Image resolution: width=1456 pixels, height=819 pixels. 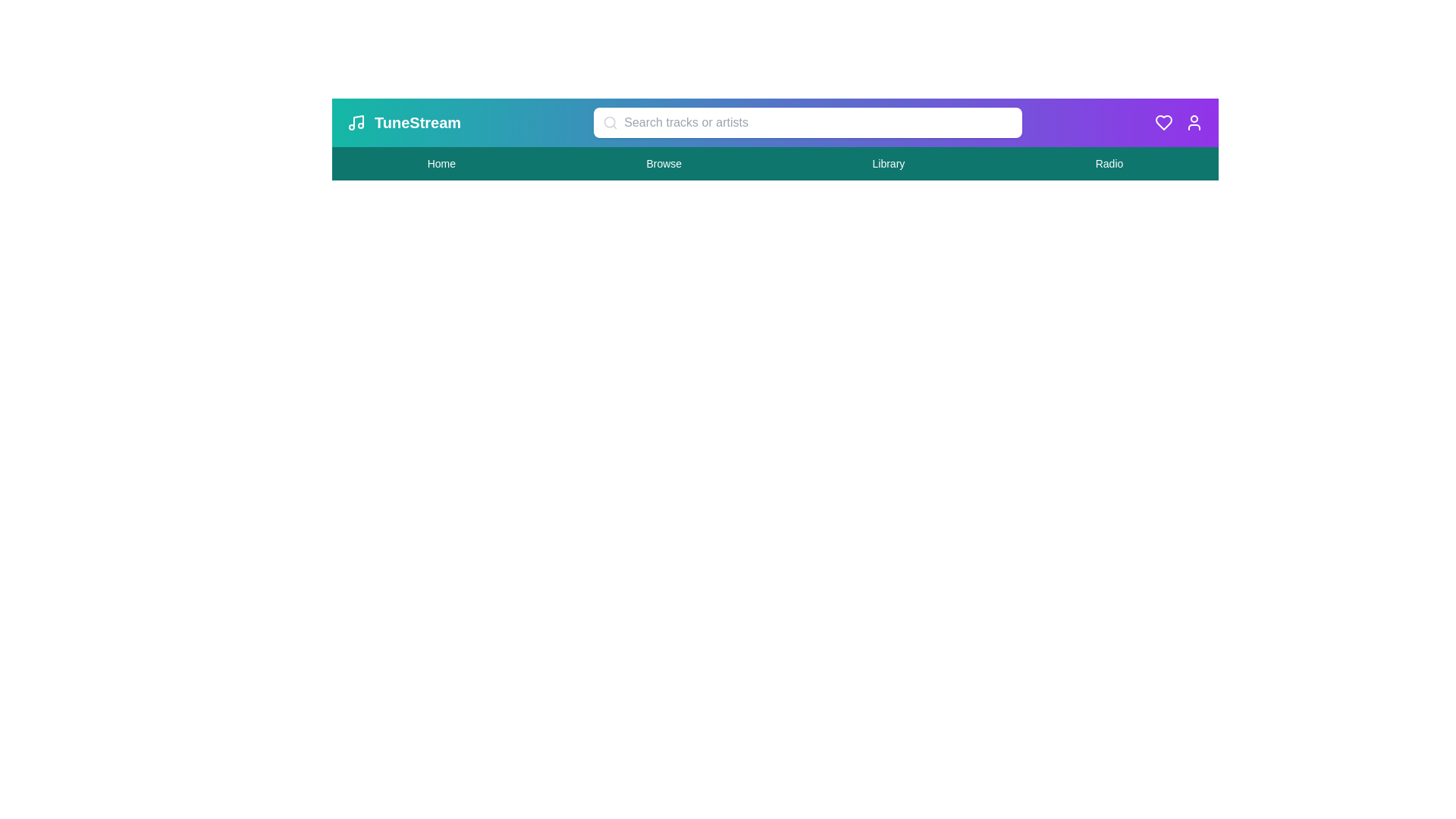 What do you see at coordinates (807, 122) in the screenshot?
I see `the search input field and type the text 'example search'` at bounding box center [807, 122].